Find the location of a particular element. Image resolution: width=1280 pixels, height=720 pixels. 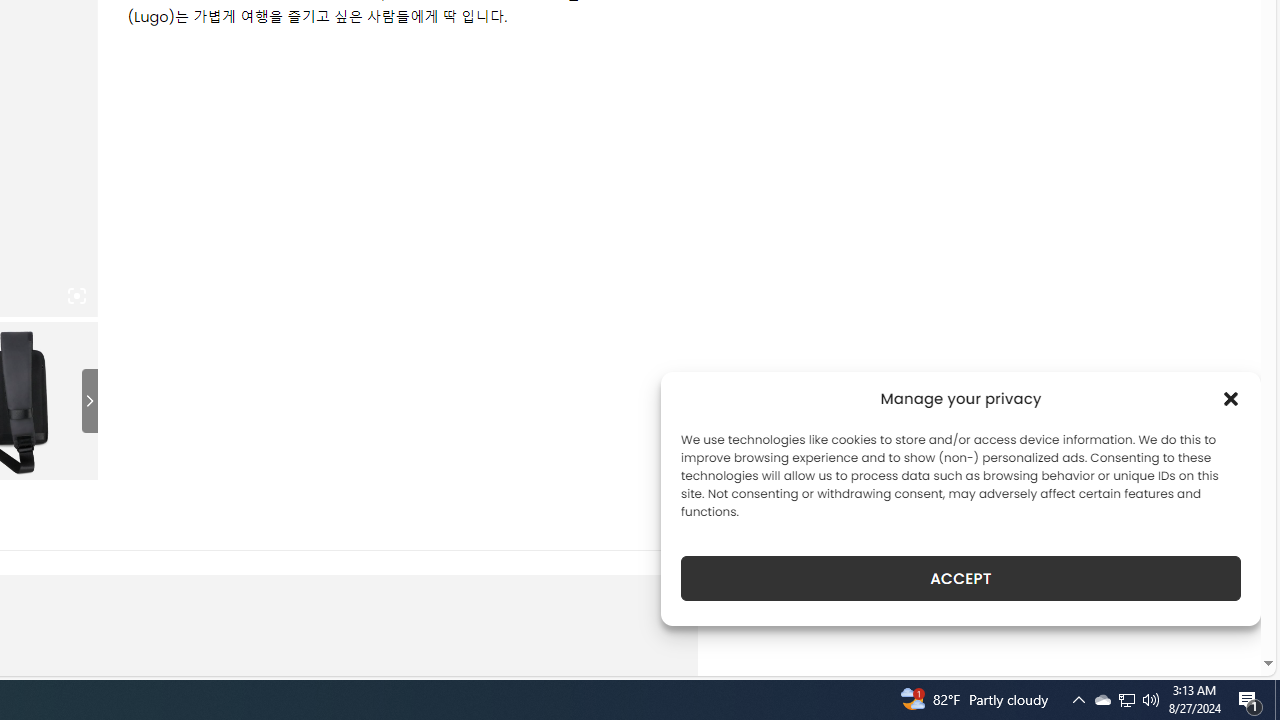

'ACCEPT' is located at coordinates (961, 578).